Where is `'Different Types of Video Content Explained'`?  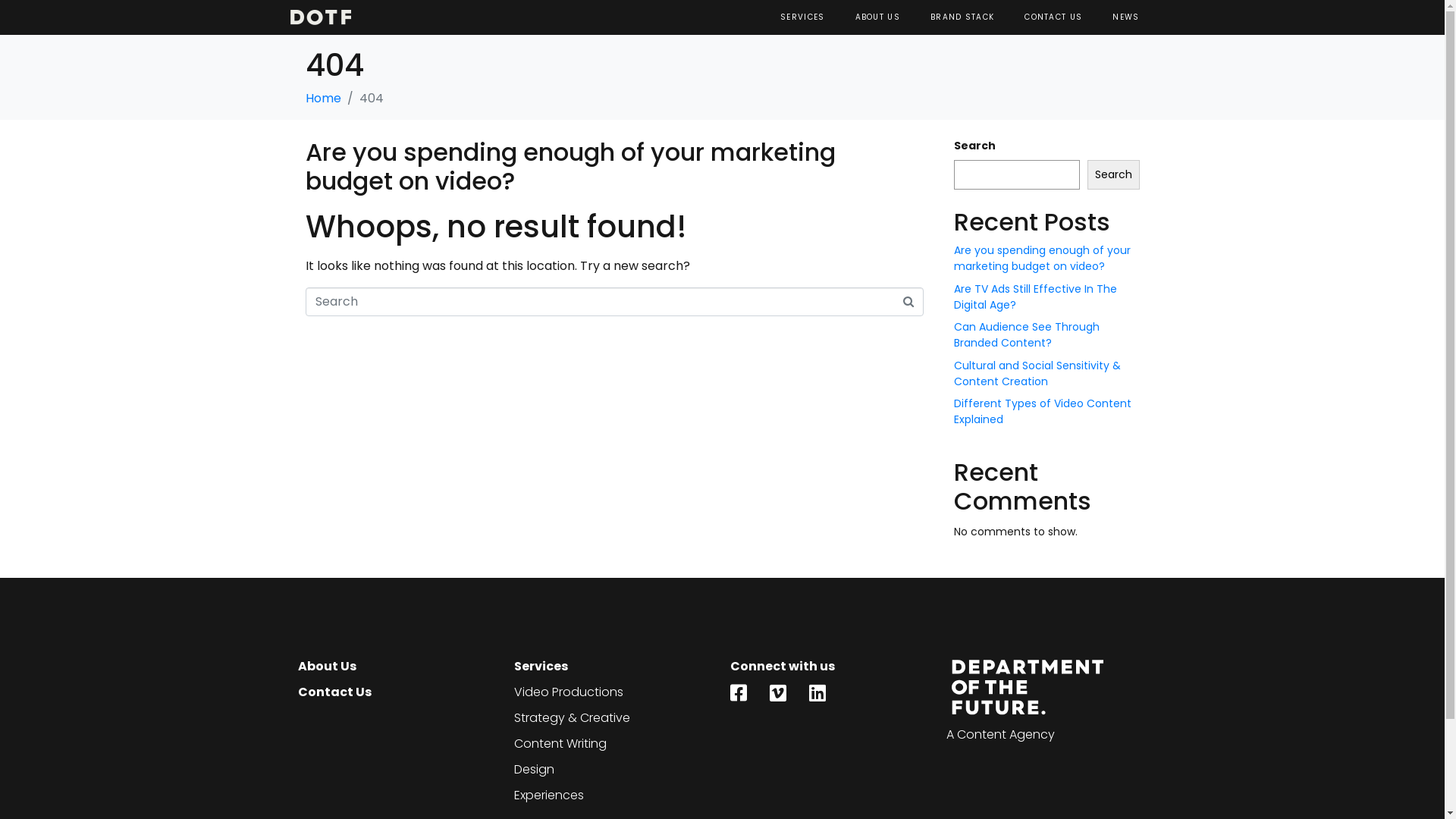
'Different Types of Video Content Explained' is located at coordinates (952, 411).